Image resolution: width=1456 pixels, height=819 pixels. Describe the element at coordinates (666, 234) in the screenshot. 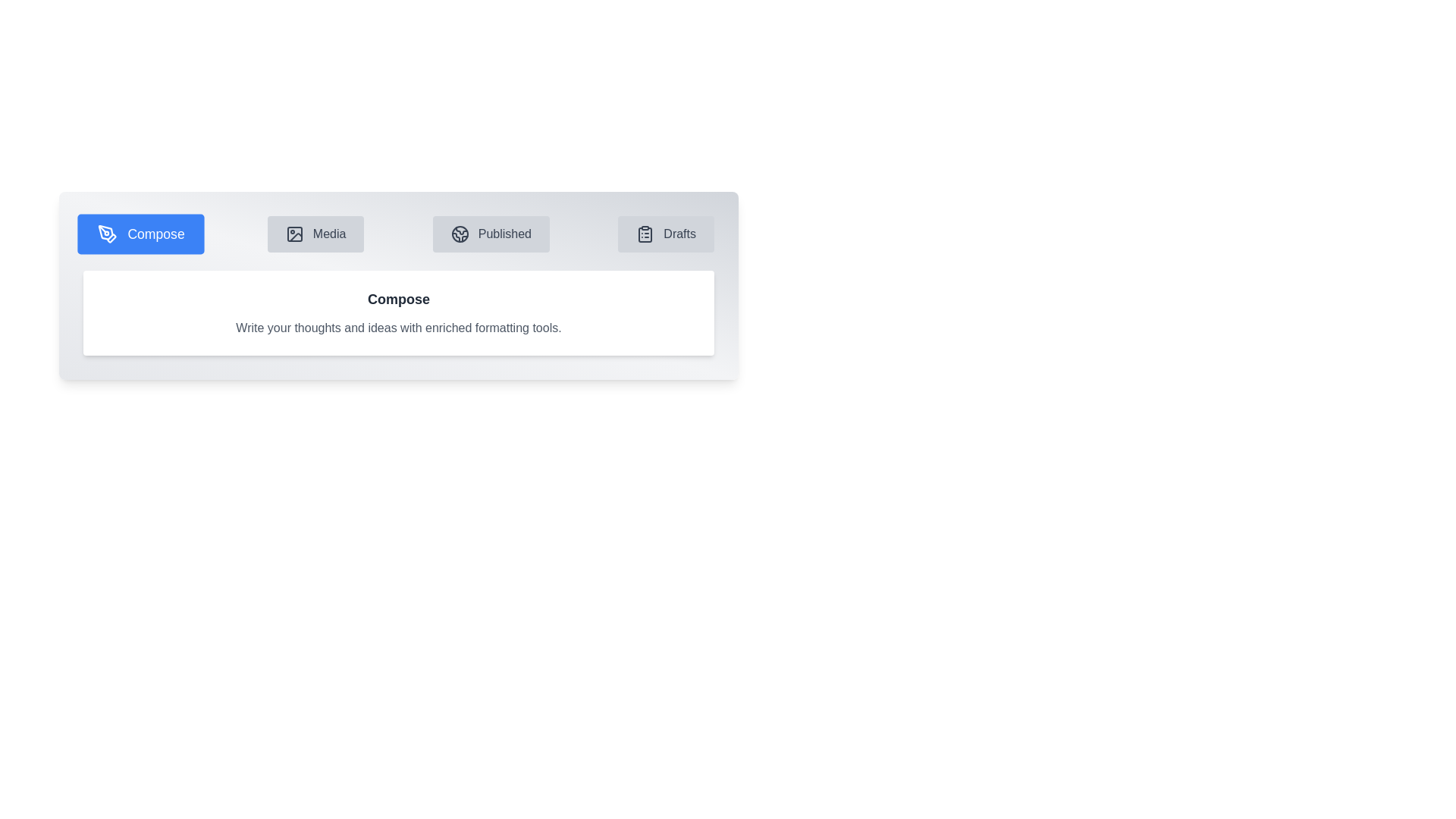

I see `the tab labeled Drafts` at that location.